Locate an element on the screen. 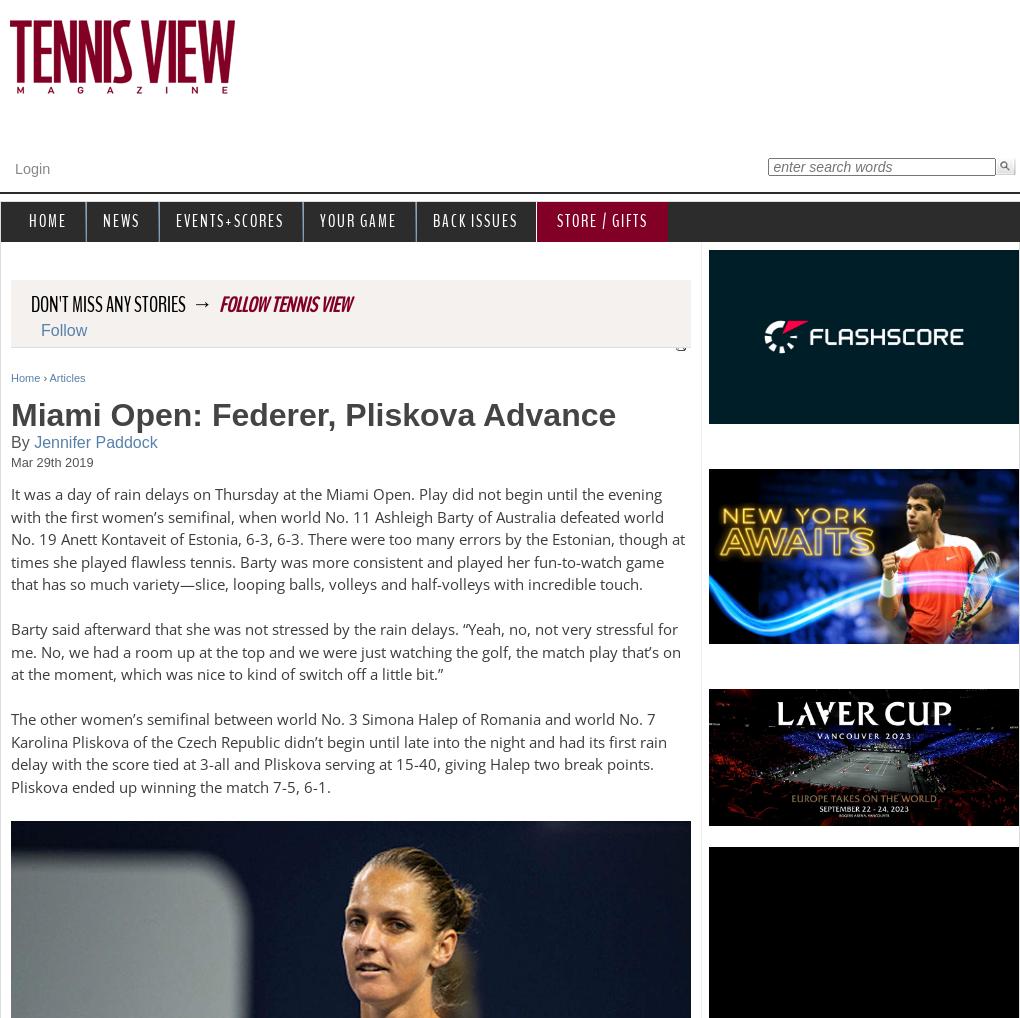 The height and width of the screenshot is (1018, 1020). '-1' is located at coordinates (319, 785).